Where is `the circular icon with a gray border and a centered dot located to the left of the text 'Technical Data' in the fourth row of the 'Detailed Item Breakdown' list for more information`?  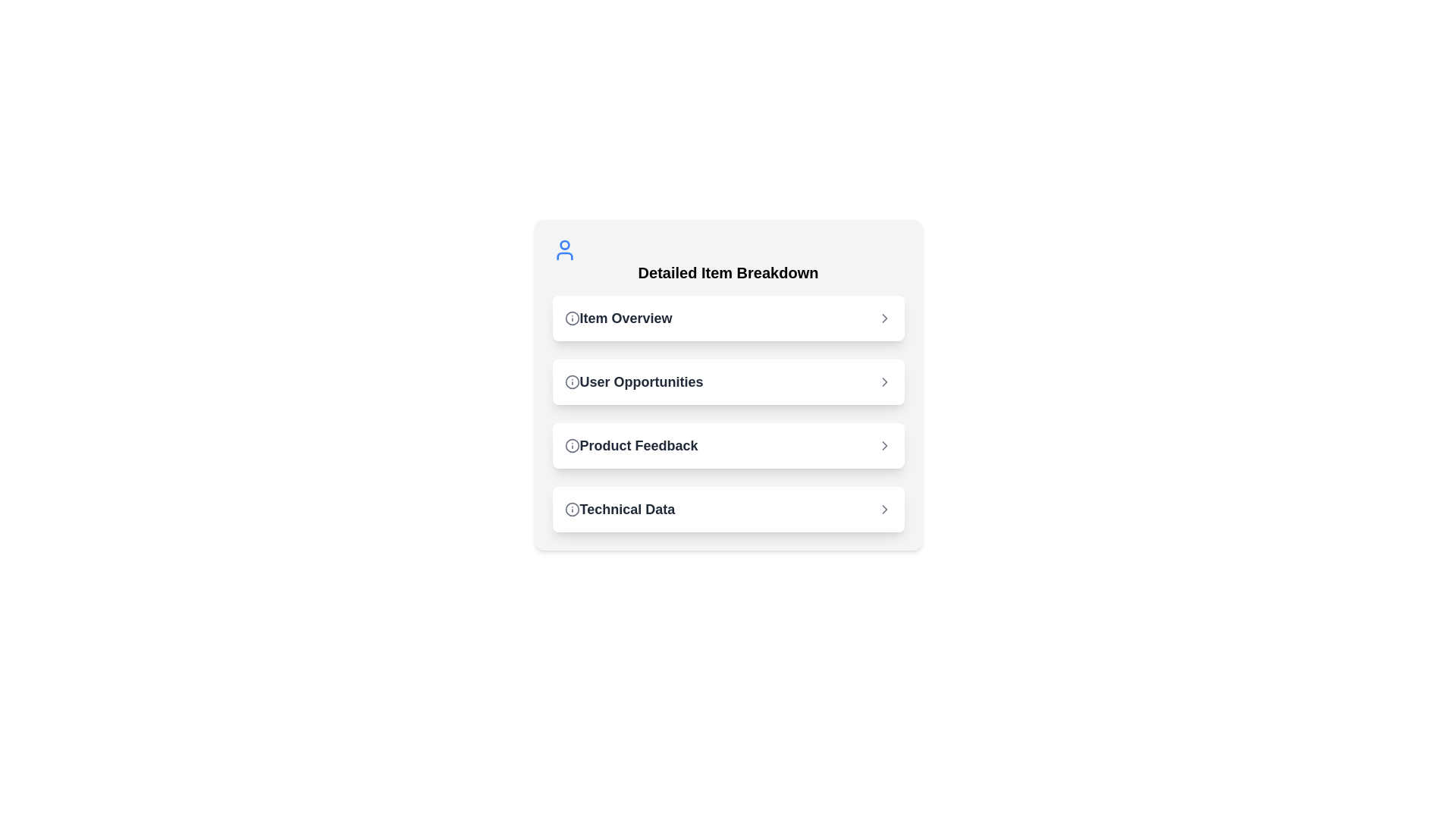 the circular icon with a gray border and a centered dot located to the left of the text 'Technical Data' in the fourth row of the 'Detailed Item Breakdown' list for more information is located at coordinates (571, 509).